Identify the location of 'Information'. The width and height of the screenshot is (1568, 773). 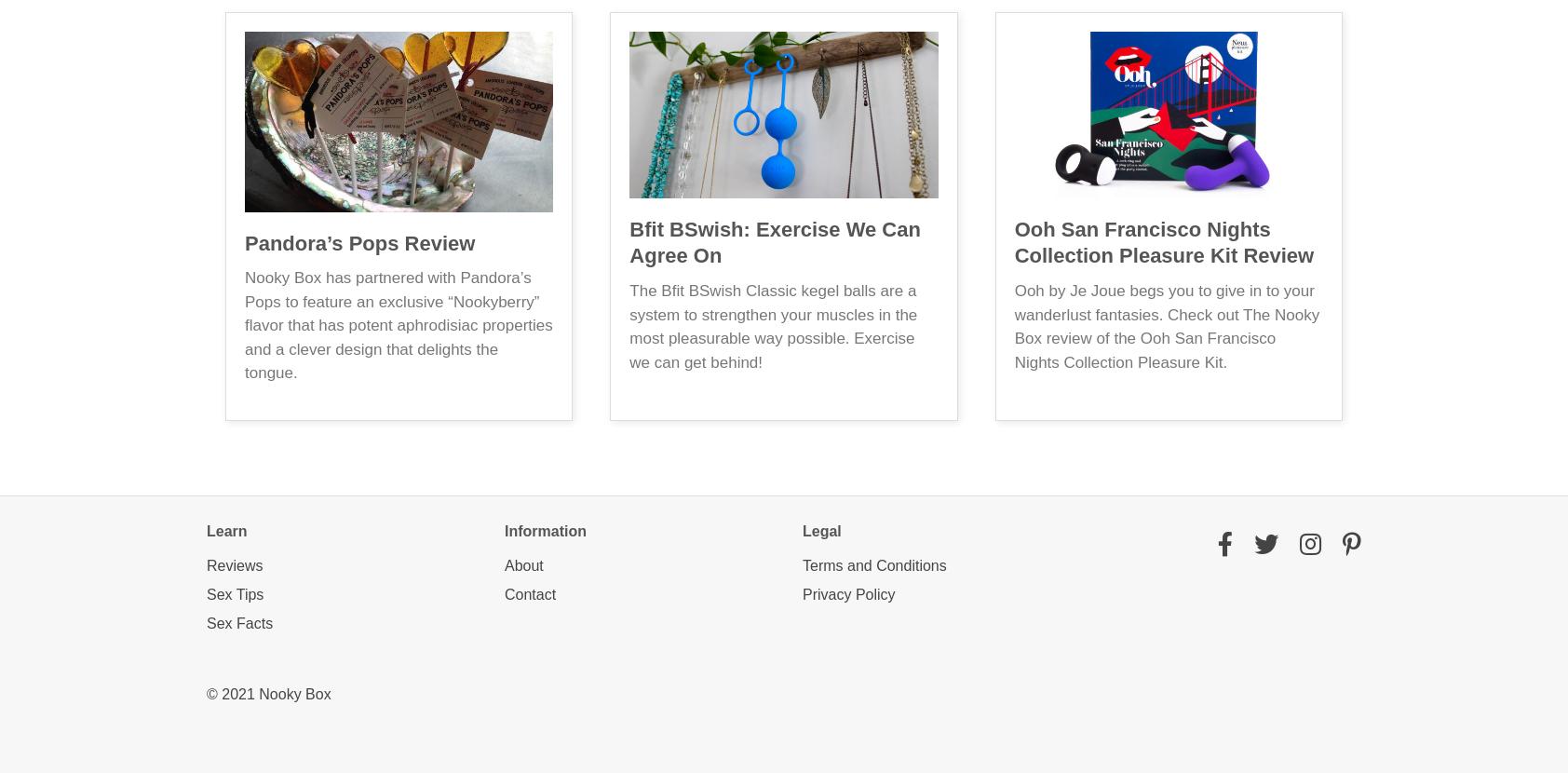
(545, 529).